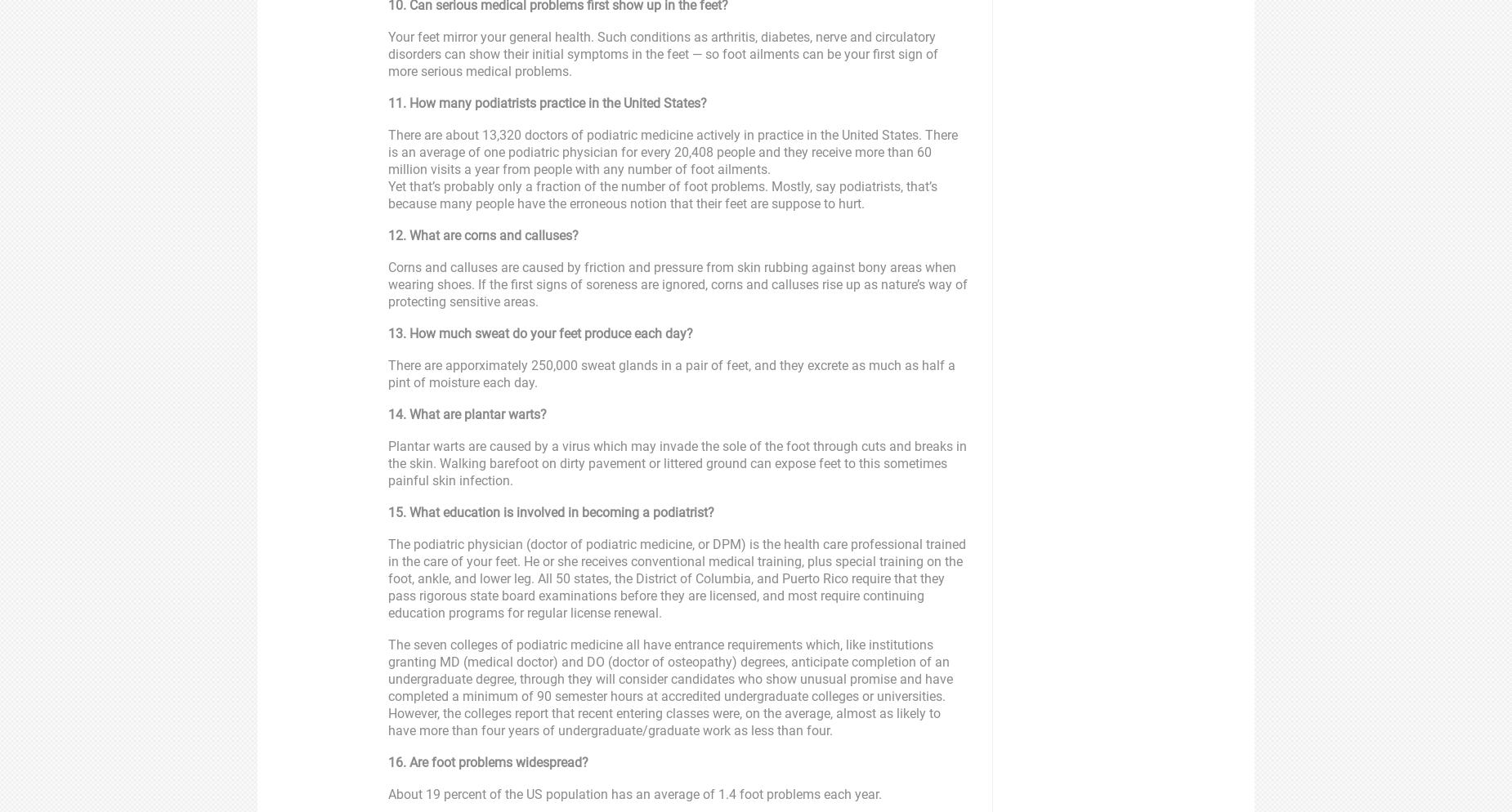 The width and height of the screenshot is (1512, 812). I want to click on 'The podiatric physician (doctor of podiatric medicine, or DPM) is the health care professional trained in the care of your feet. He or she receives conventional medical training, plus special training on the foot, ankle, and lower leg. All 50 states, the District of Columbia, and Puerto Rico require that they pass rigorous state board examinations before they are licensed, and most require continuing education programs for regular license renewal.', so click(677, 578).